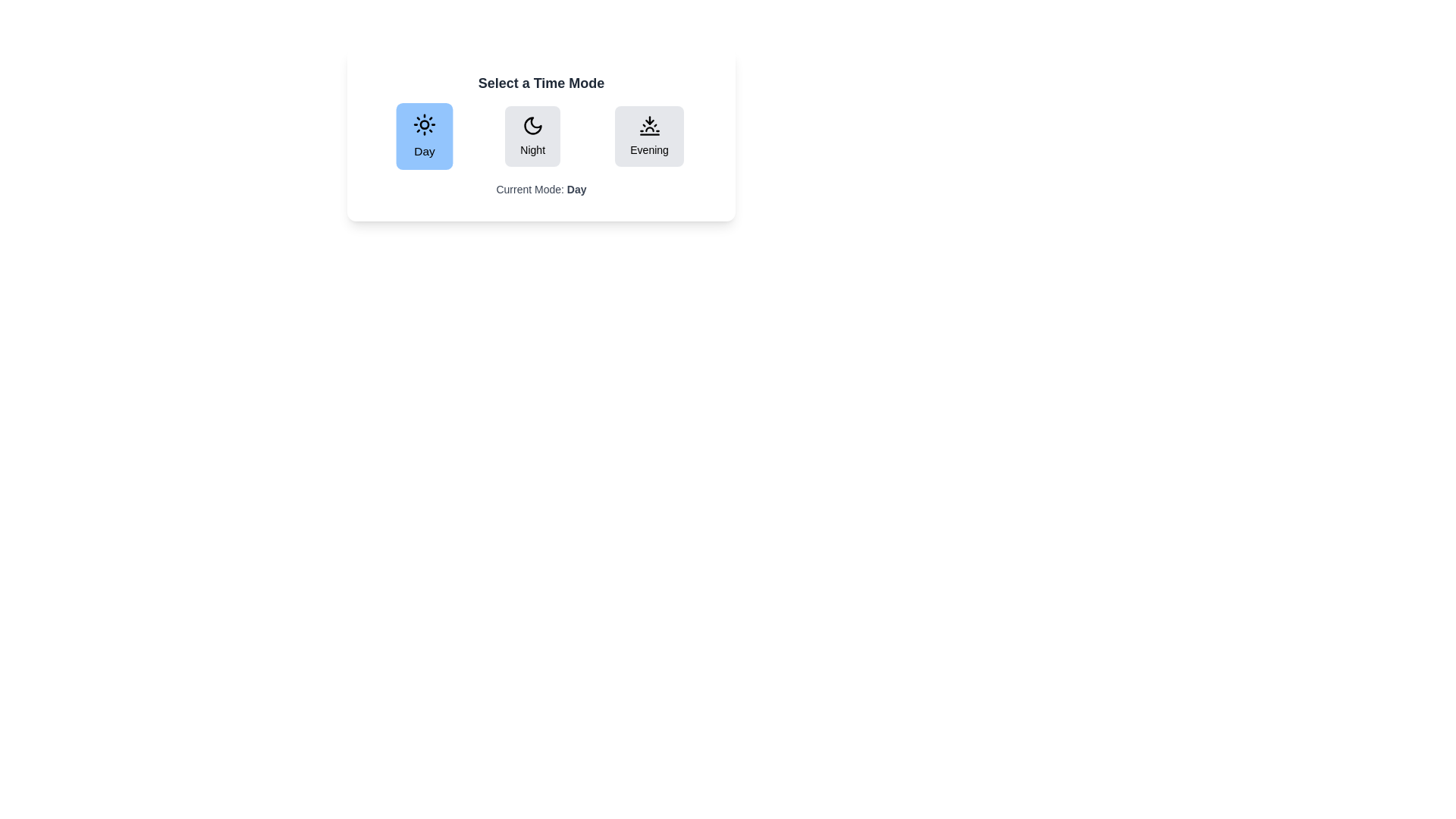  I want to click on the button corresponding to the mode Day, so click(425, 136).